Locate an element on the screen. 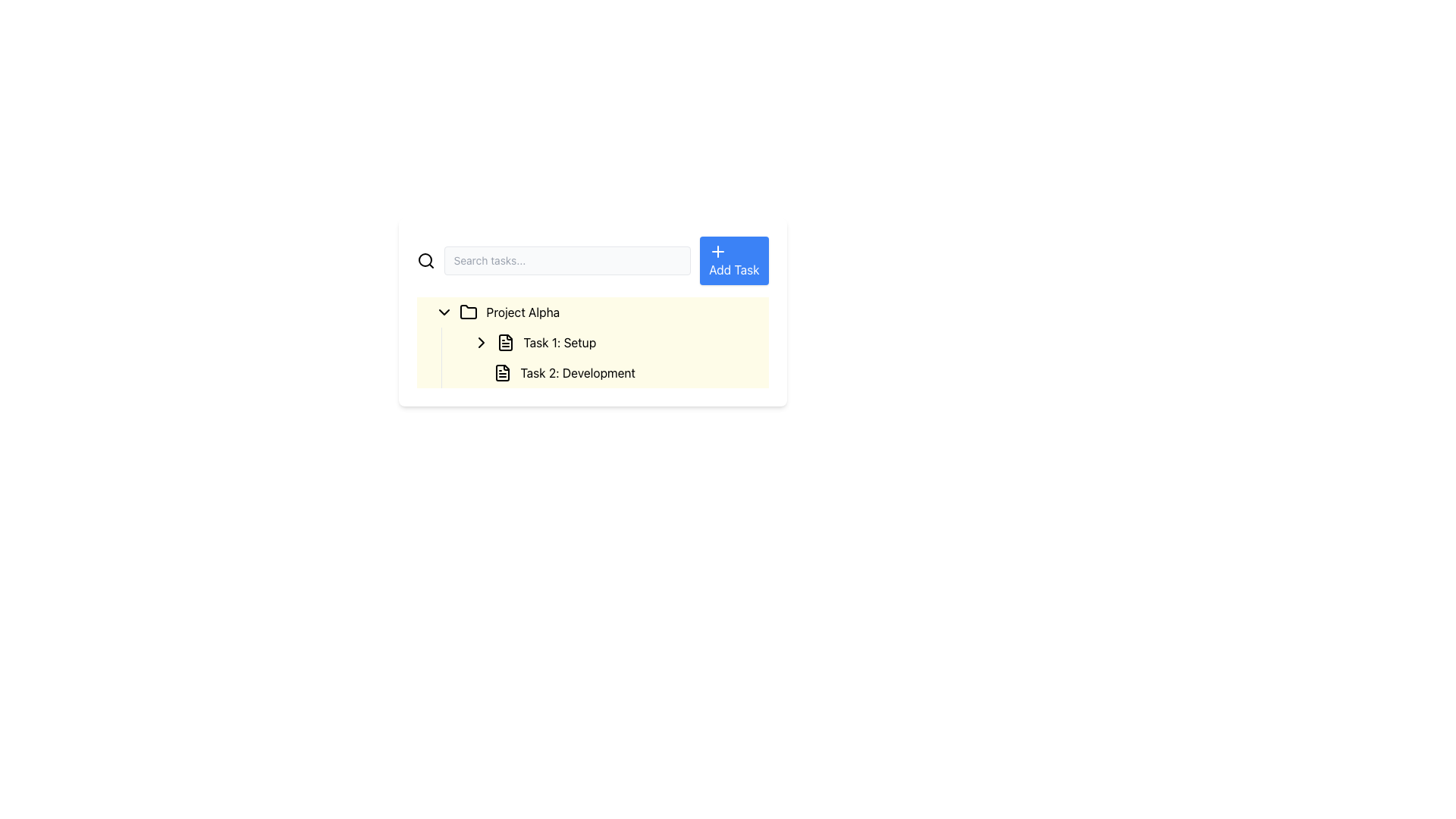 The height and width of the screenshot is (819, 1456). the folder icon, which has a classic folder shape with rounded edges and is located to the left of the text 'Project Alpha' is located at coordinates (467, 312).